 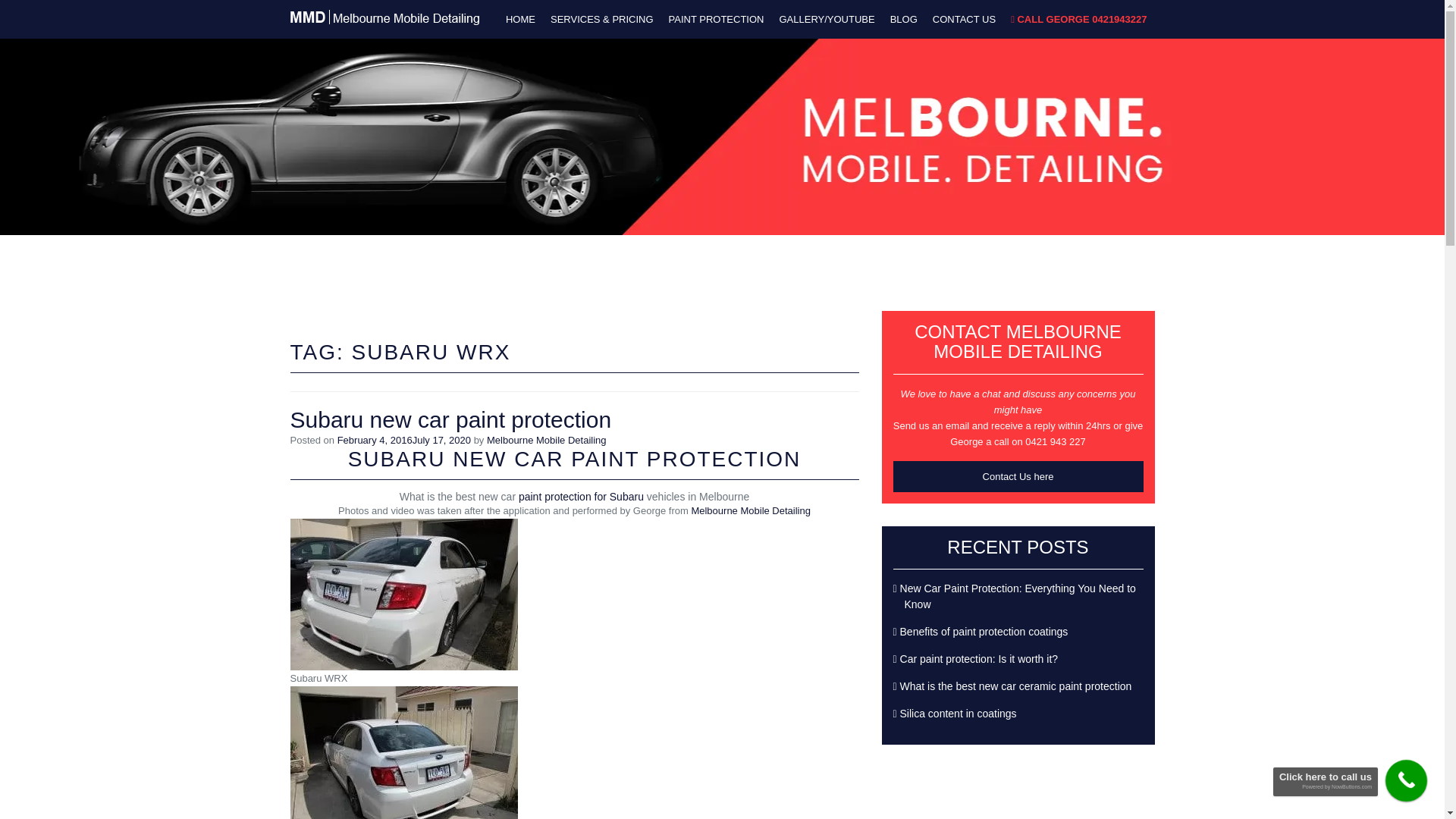 What do you see at coordinates (825, 19) in the screenshot?
I see `'GALLERY/YOUTUBE'` at bounding box center [825, 19].